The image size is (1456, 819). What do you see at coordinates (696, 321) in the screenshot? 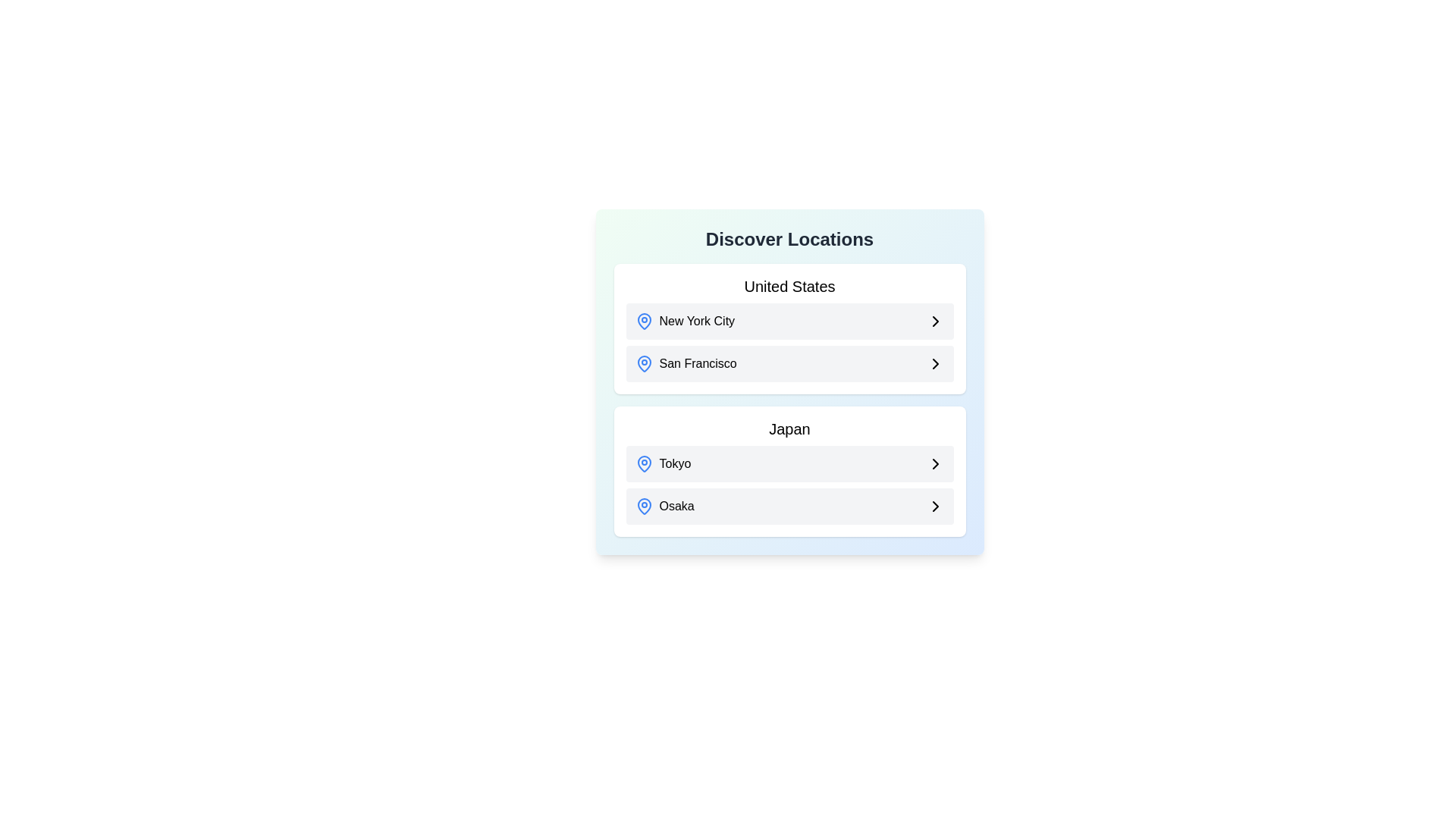
I see `the 'New York City' text label in the 'Discover Locations' panel` at bounding box center [696, 321].